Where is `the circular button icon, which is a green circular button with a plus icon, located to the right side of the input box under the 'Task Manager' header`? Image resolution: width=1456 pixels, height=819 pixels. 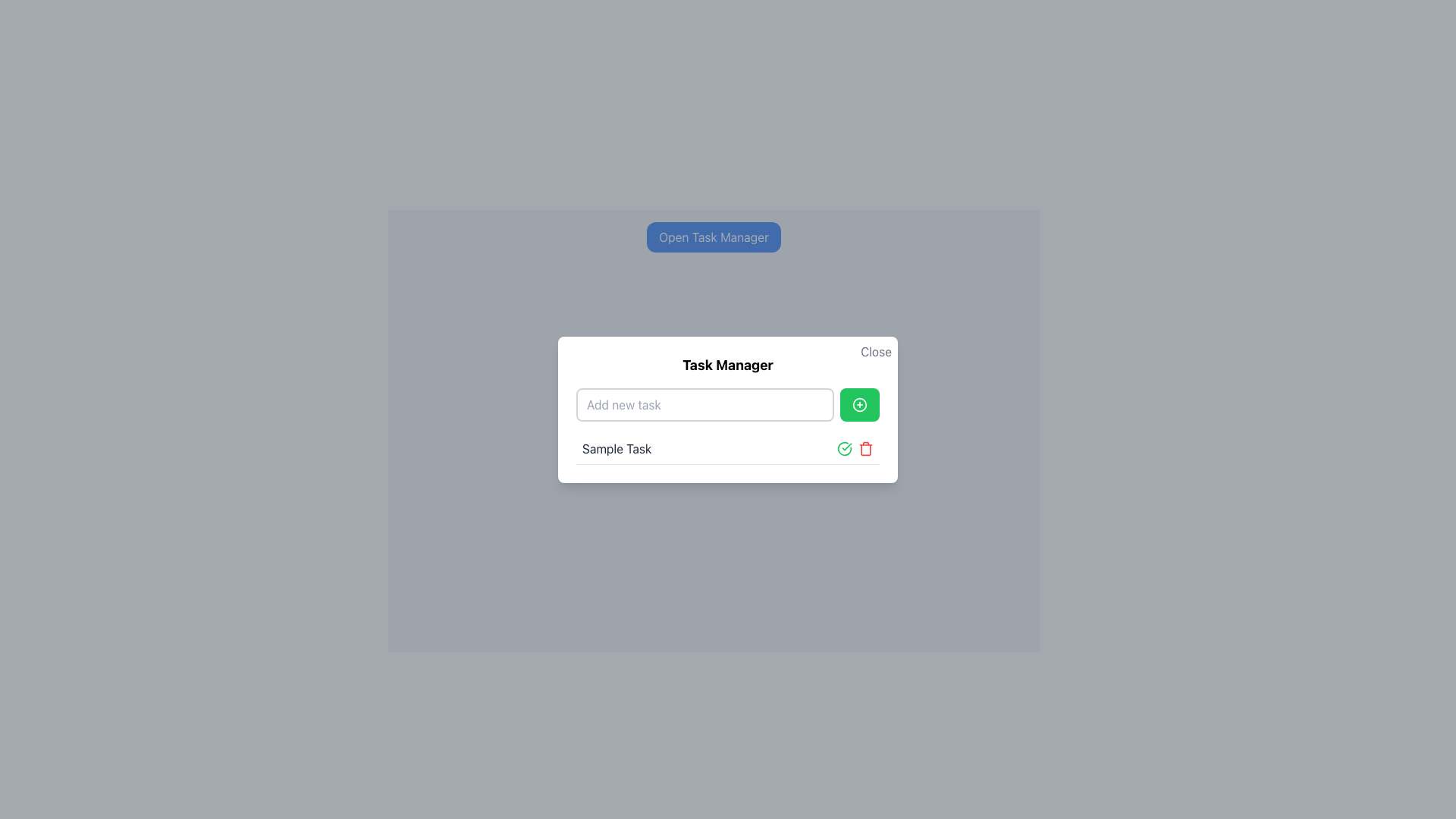
the circular button icon, which is a green circular button with a plus icon, located to the right side of the input box under the 'Task Manager' header is located at coordinates (859, 403).